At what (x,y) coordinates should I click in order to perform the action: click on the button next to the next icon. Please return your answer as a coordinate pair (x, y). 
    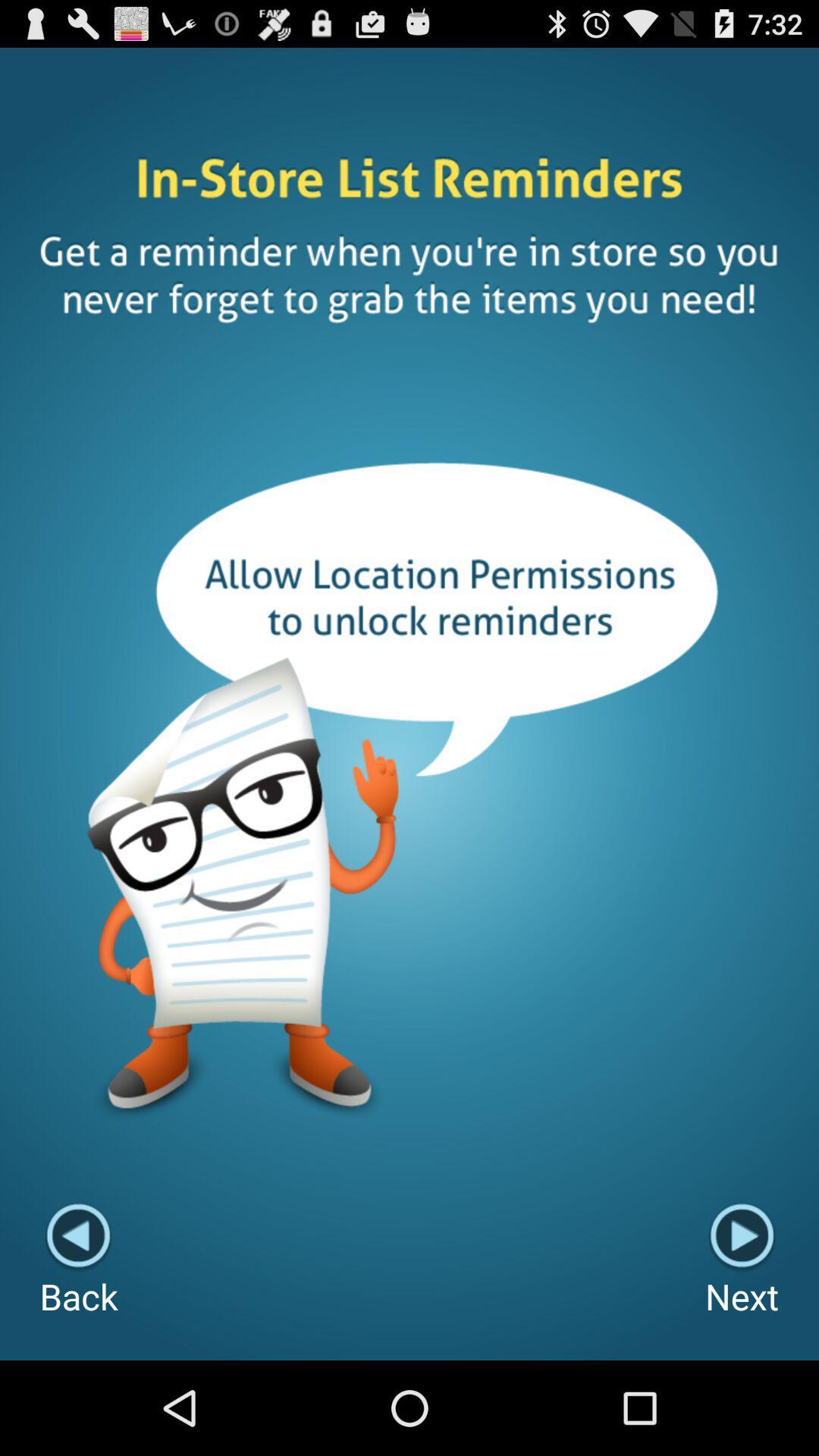
    Looking at the image, I should click on (79, 1261).